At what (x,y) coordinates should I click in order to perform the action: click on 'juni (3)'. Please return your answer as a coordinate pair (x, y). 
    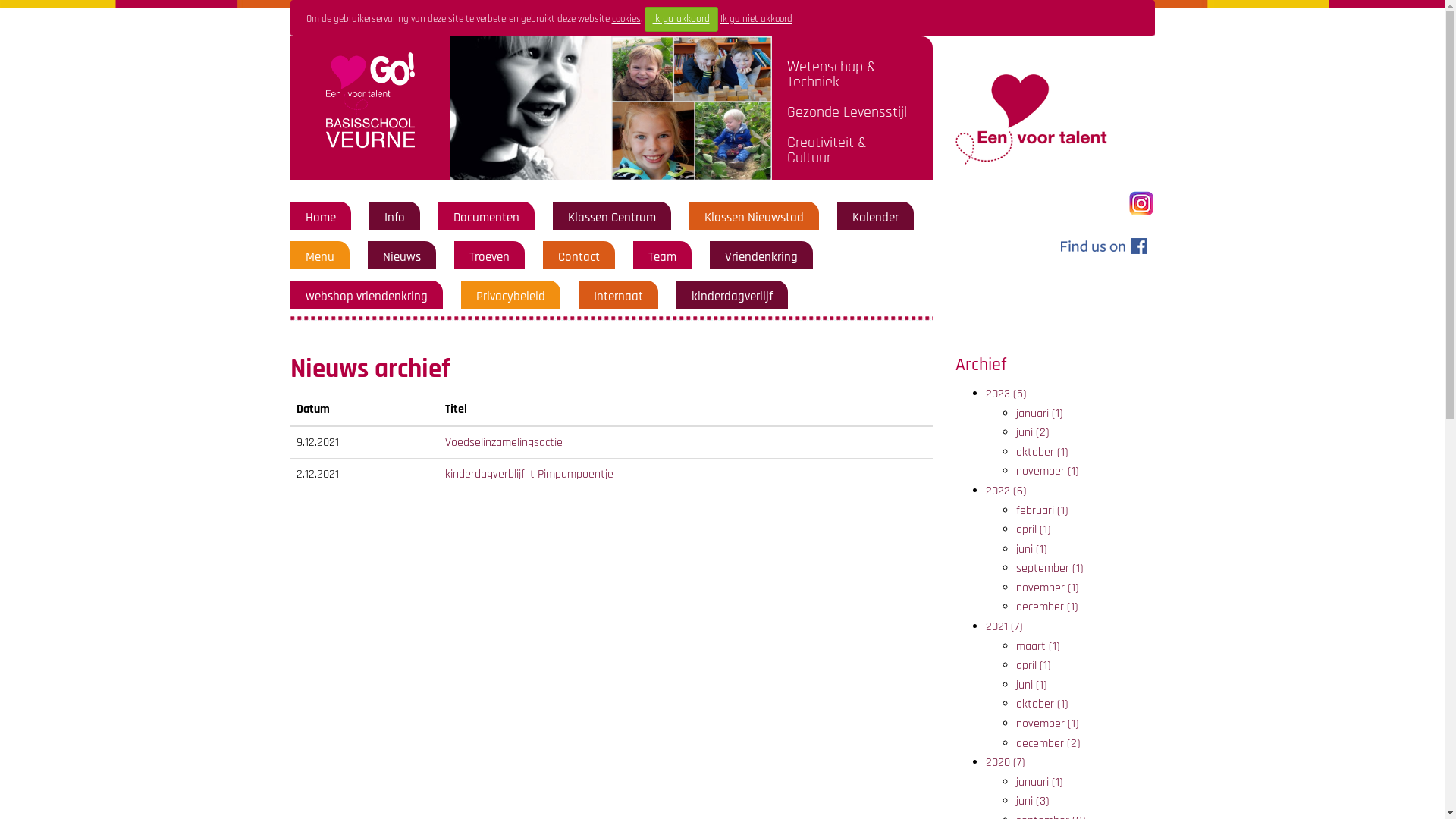
    Looking at the image, I should click on (1032, 800).